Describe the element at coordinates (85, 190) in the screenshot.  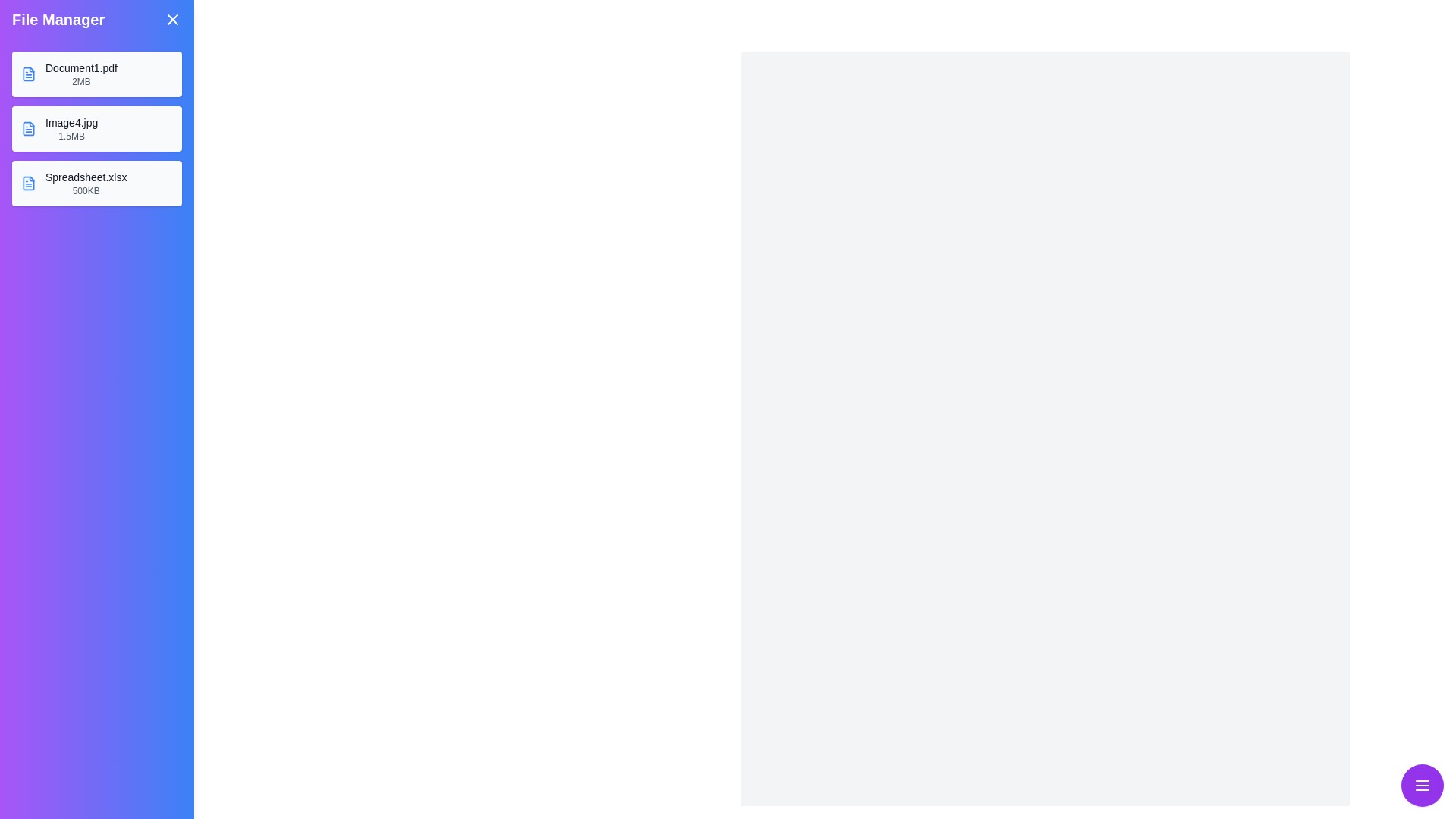
I see `the informational text displaying the file size for 'Spreadsheet.xlsx', located below the file name in the file manager interface` at that location.